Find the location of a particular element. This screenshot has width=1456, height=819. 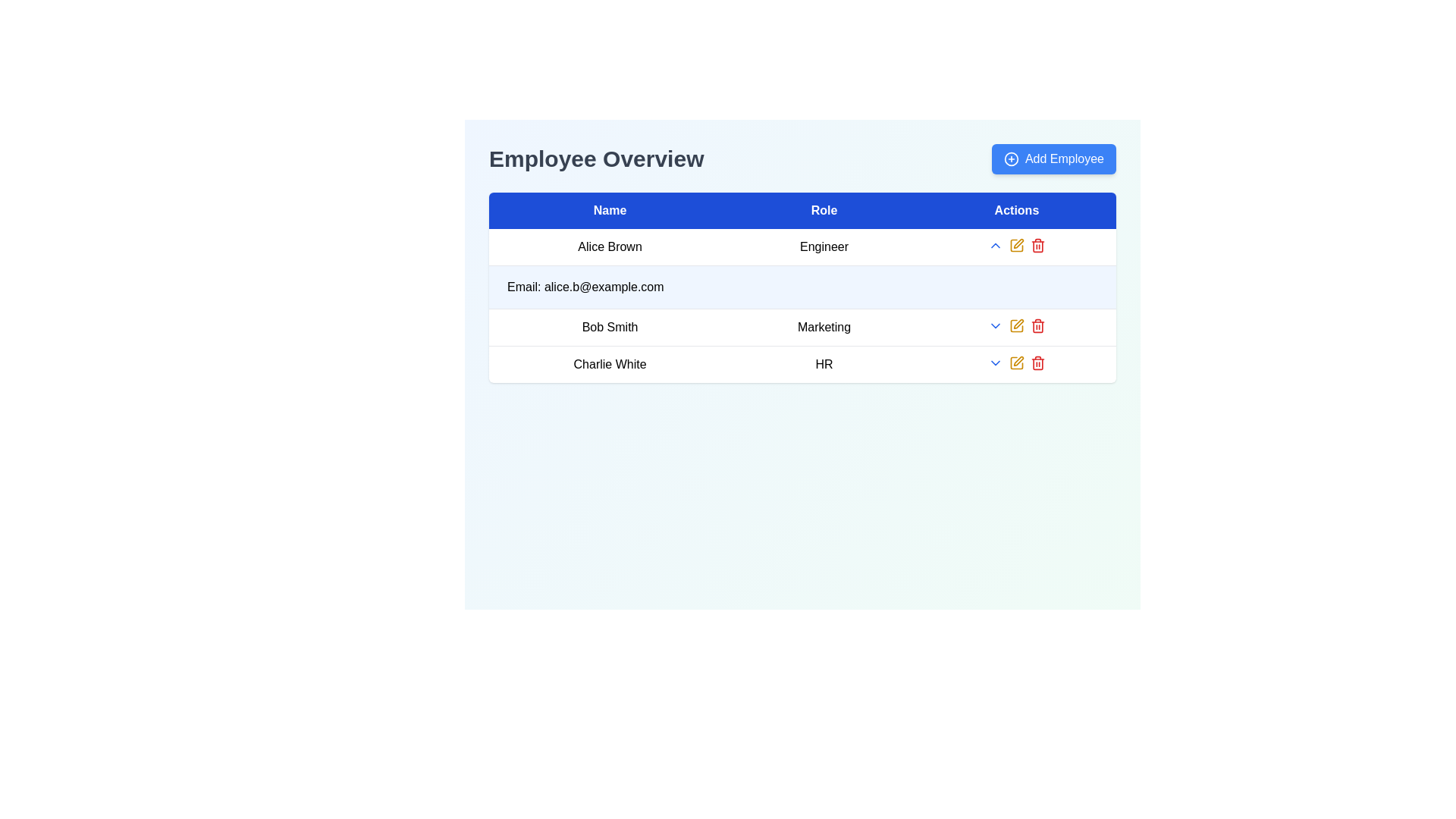

the circular vector graphics component that serves as an icon within the 'Add Employee' button to interact with the button is located at coordinates (1012, 158).